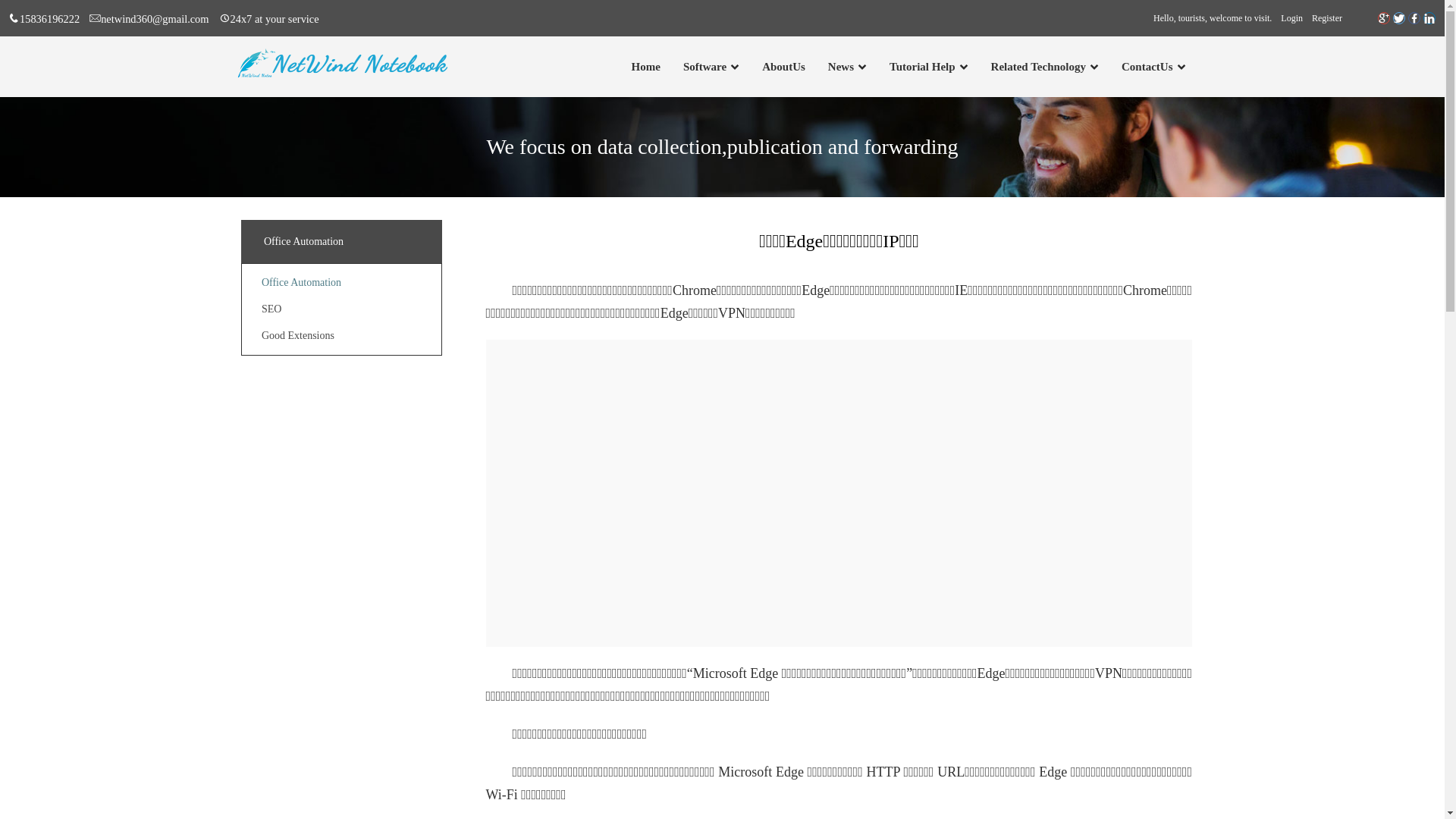 The height and width of the screenshot is (819, 1456). What do you see at coordinates (301, 282) in the screenshot?
I see `'Office Automation'` at bounding box center [301, 282].